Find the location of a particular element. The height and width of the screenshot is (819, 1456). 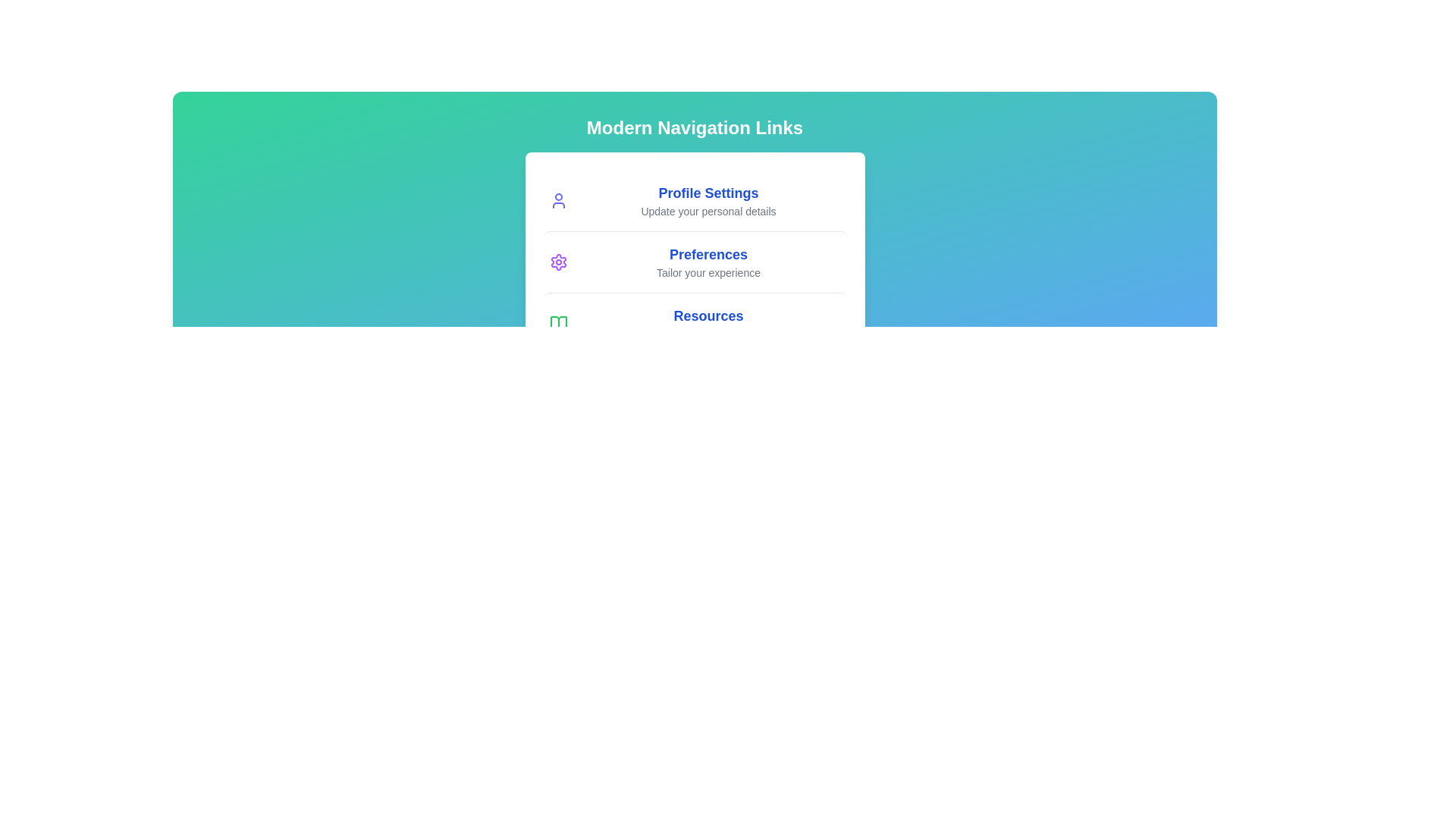

the interactive hyperlink labeled 'Preferences' is located at coordinates (708, 253).